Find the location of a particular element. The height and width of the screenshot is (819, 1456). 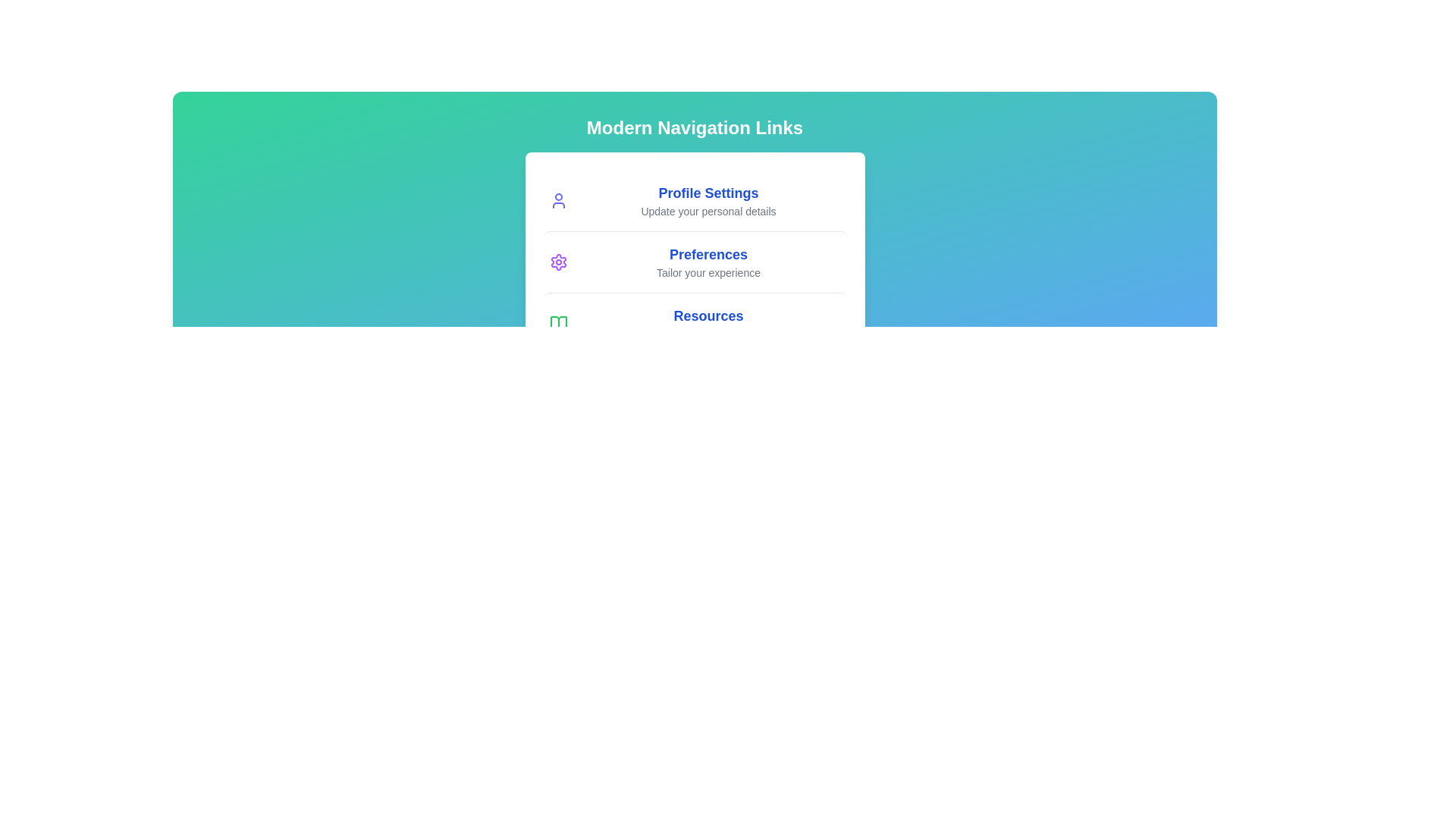

the interactive hyperlink labeled 'Preferences' is located at coordinates (708, 253).